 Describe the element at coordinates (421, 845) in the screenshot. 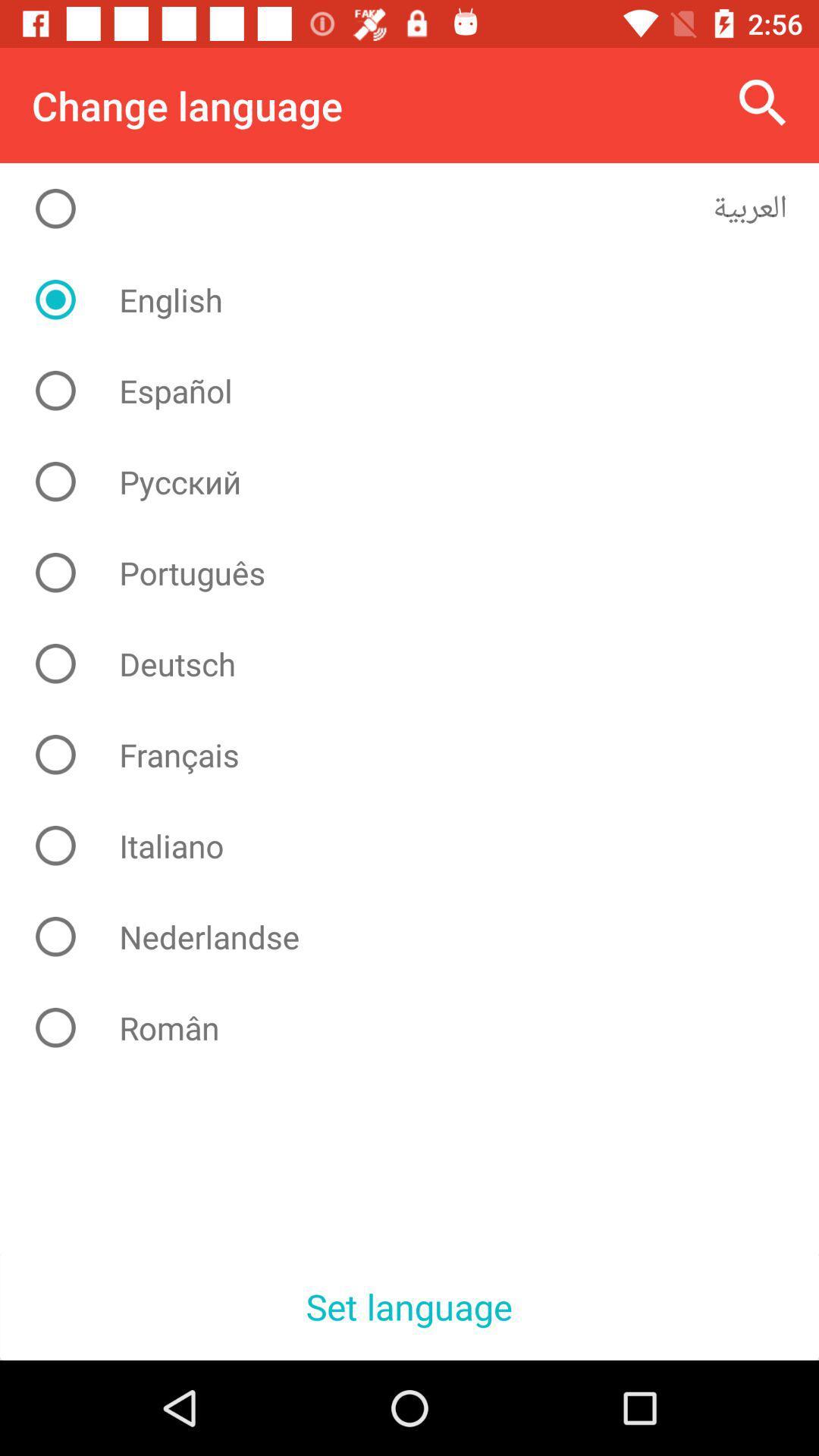

I see `italiano item` at that location.